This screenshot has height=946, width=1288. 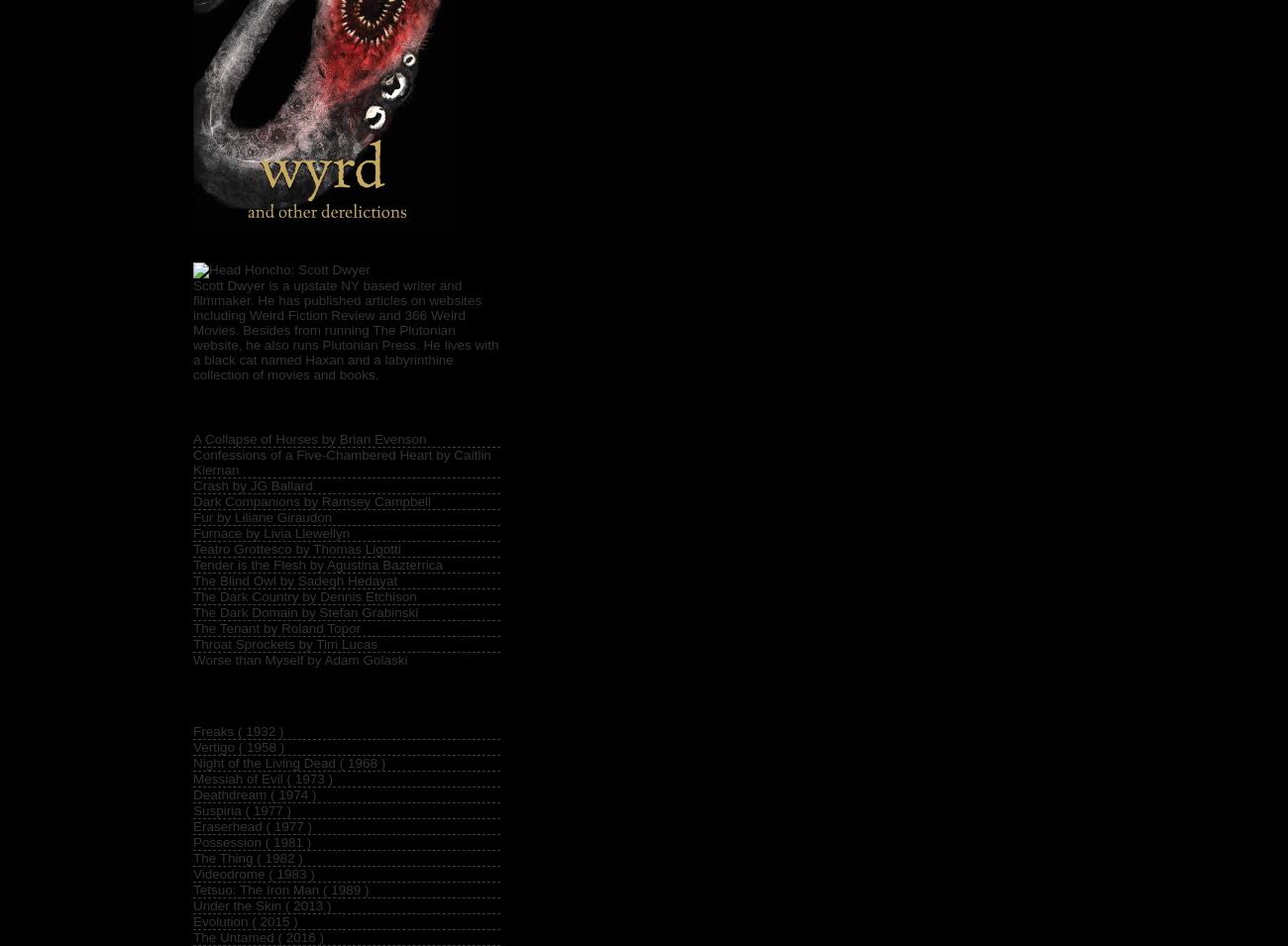 I want to click on 'Under the Skin ( 2013 )', so click(x=261, y=904).